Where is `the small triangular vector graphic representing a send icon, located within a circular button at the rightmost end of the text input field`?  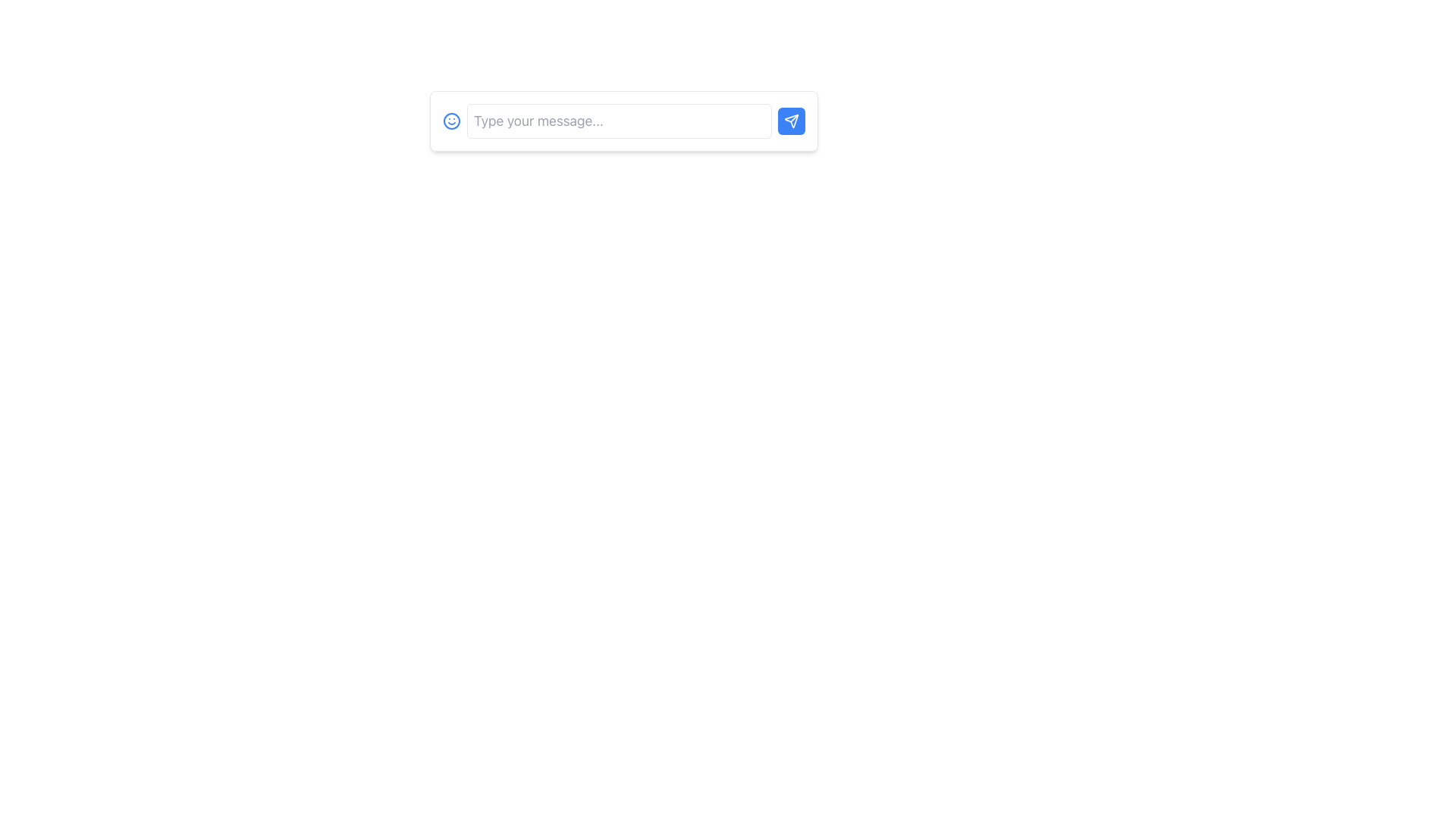 the small triangular vector graphic representing a send icon, located within a circular button at the rightmost end of the text input field is located at coordinates (790, 120).